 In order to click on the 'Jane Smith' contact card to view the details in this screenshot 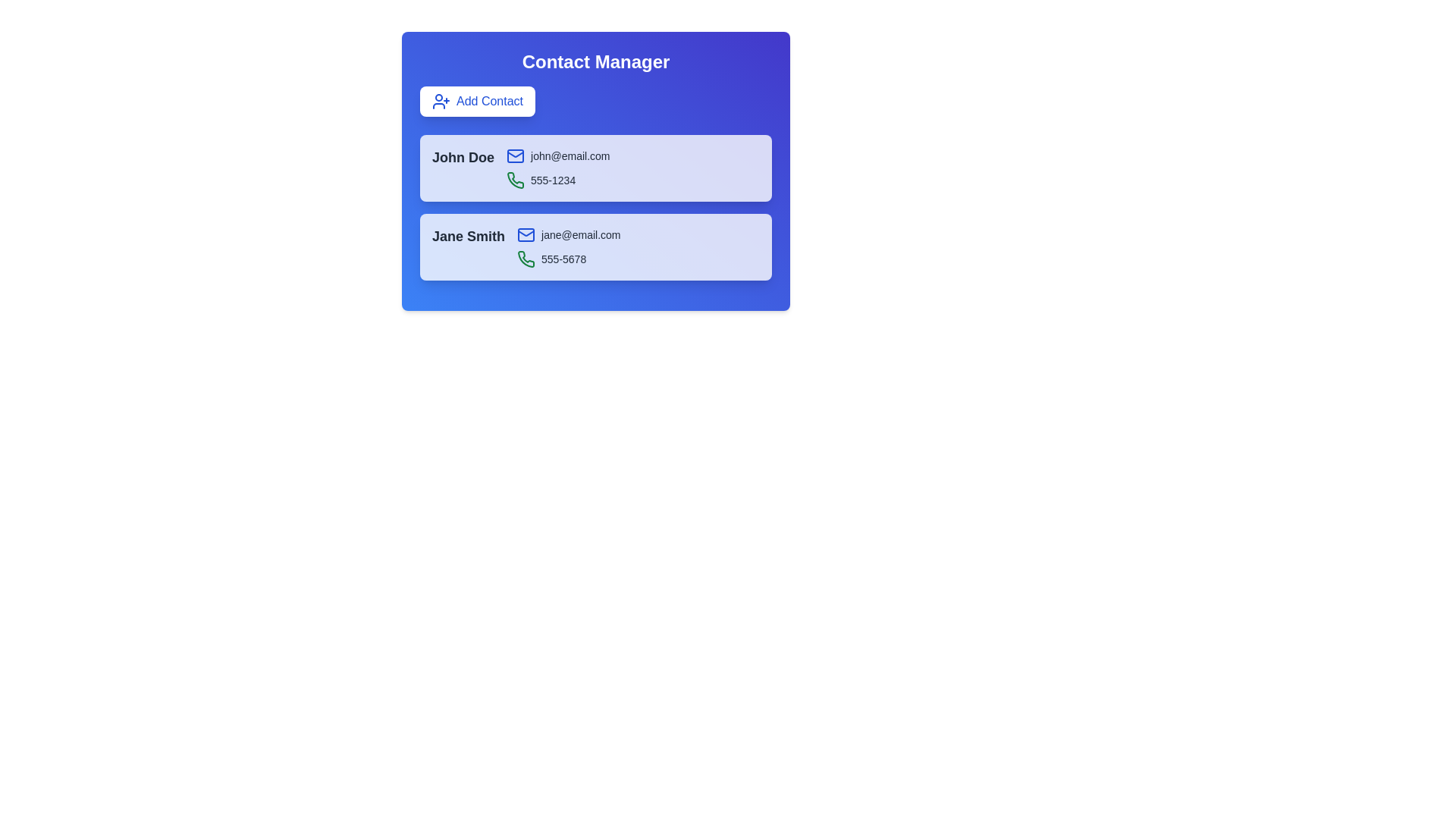, I will do `click(468, 237)`.